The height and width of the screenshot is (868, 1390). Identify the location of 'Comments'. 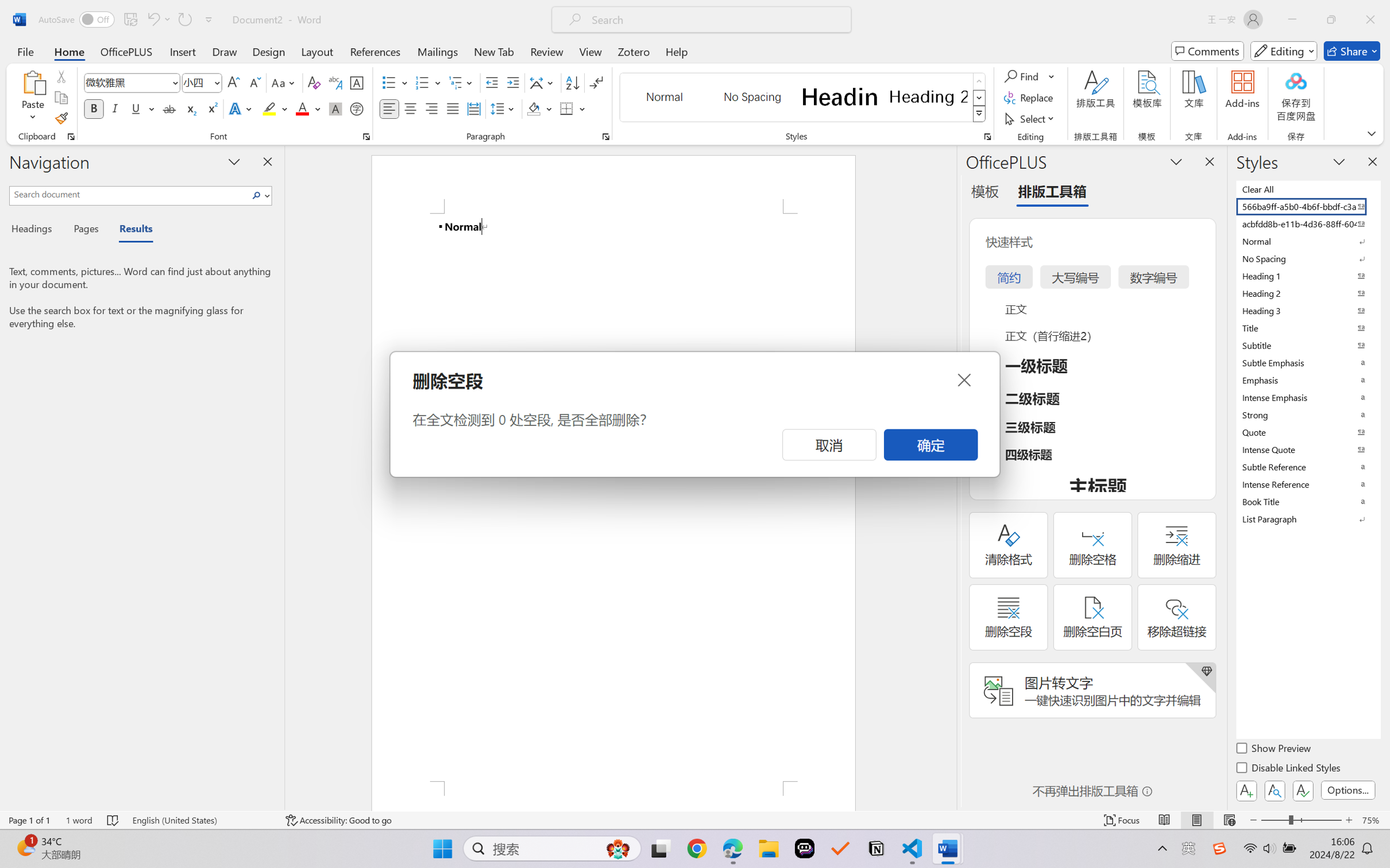
(1207, 51).